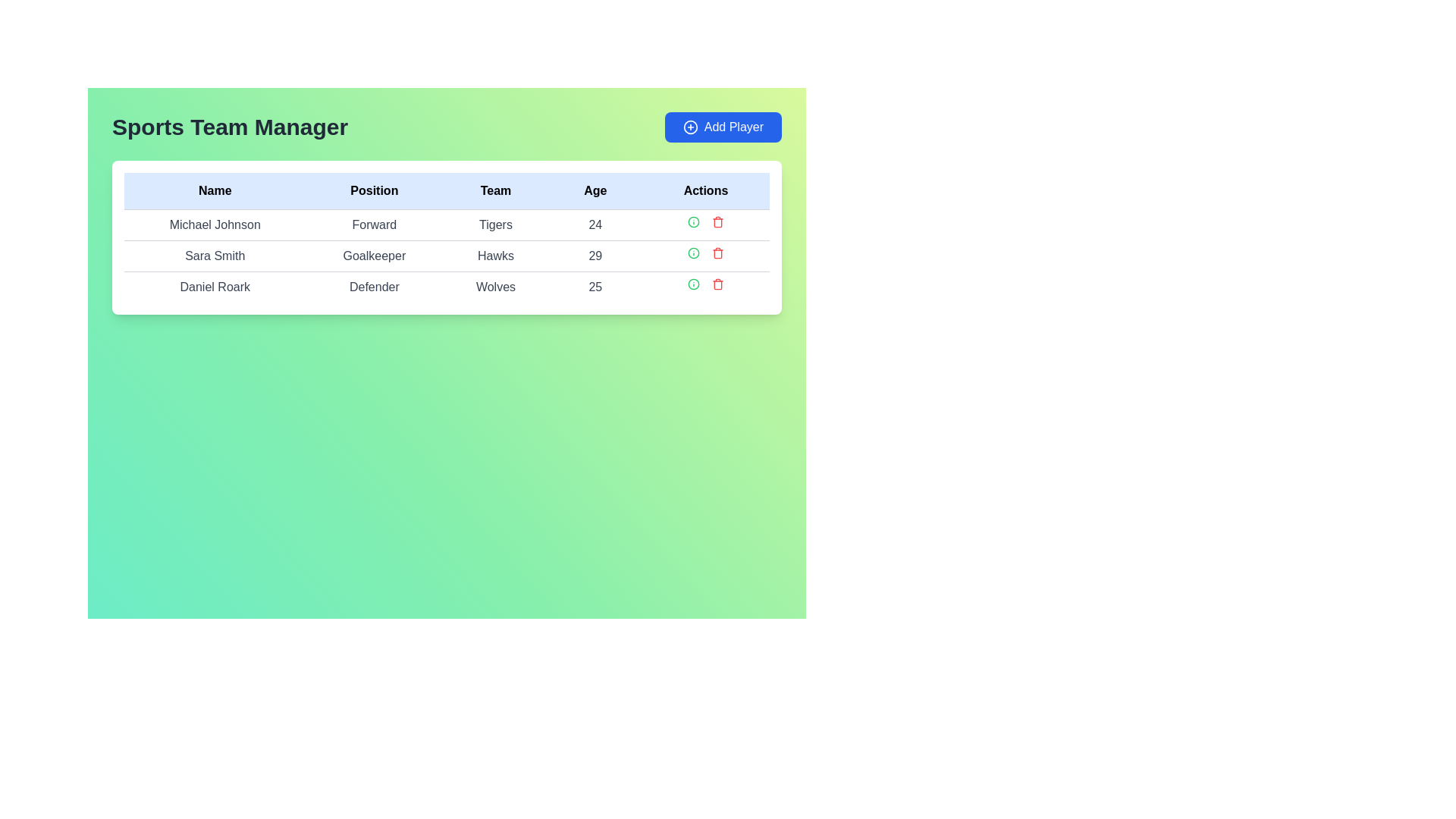 The width and height of the screenshot is (1456, 819). What do you see at coordinates (495, 225) in the screenshot?
I see `the Text label that reads 'Tigers', which is located in the third column of the first row in the table, between 'Forward' and '24'` at bounding box center [495, 225].